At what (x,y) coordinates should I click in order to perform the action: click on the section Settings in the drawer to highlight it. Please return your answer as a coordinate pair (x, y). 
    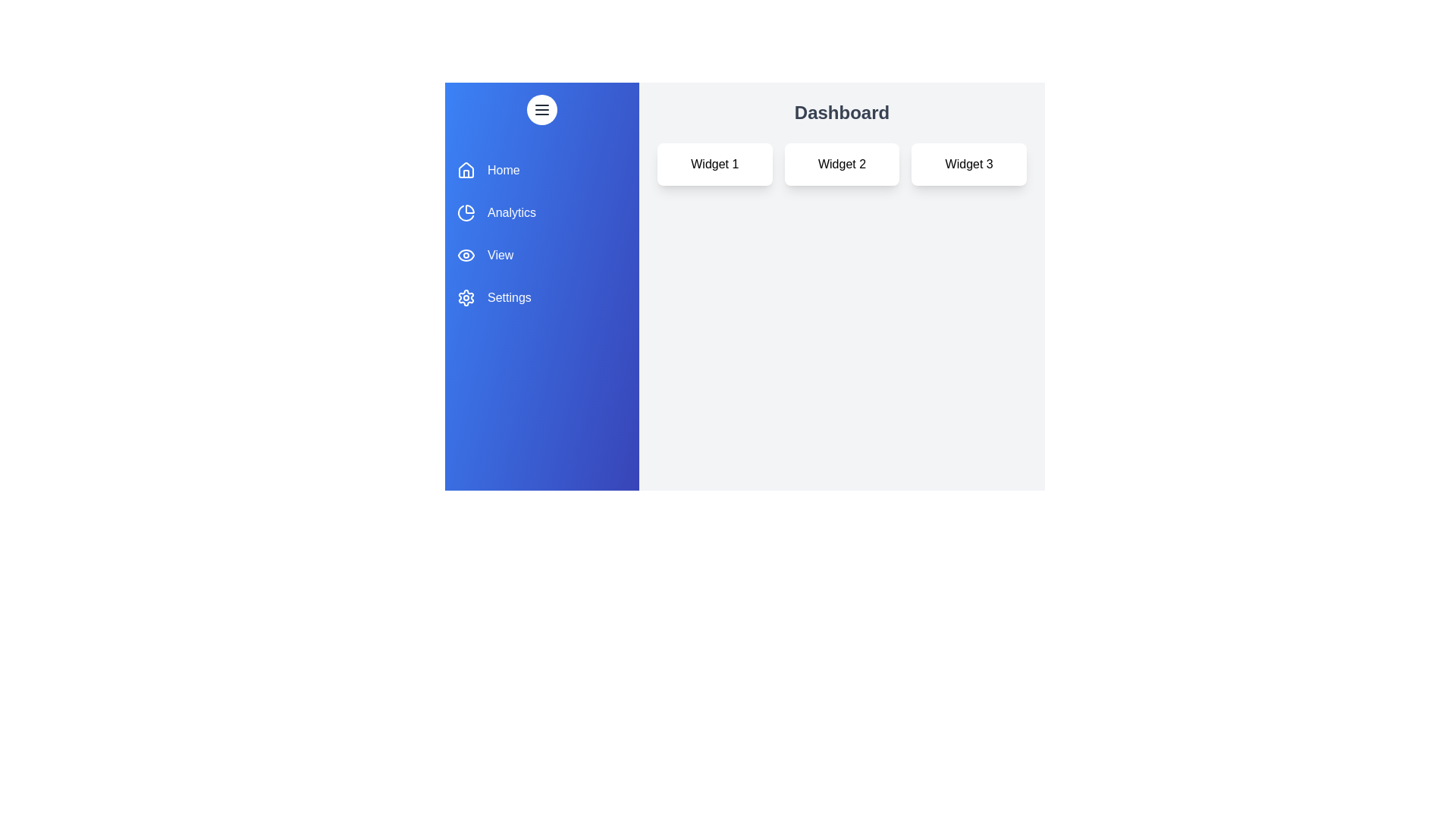
    Looking at the image, I should click on (542, 298).